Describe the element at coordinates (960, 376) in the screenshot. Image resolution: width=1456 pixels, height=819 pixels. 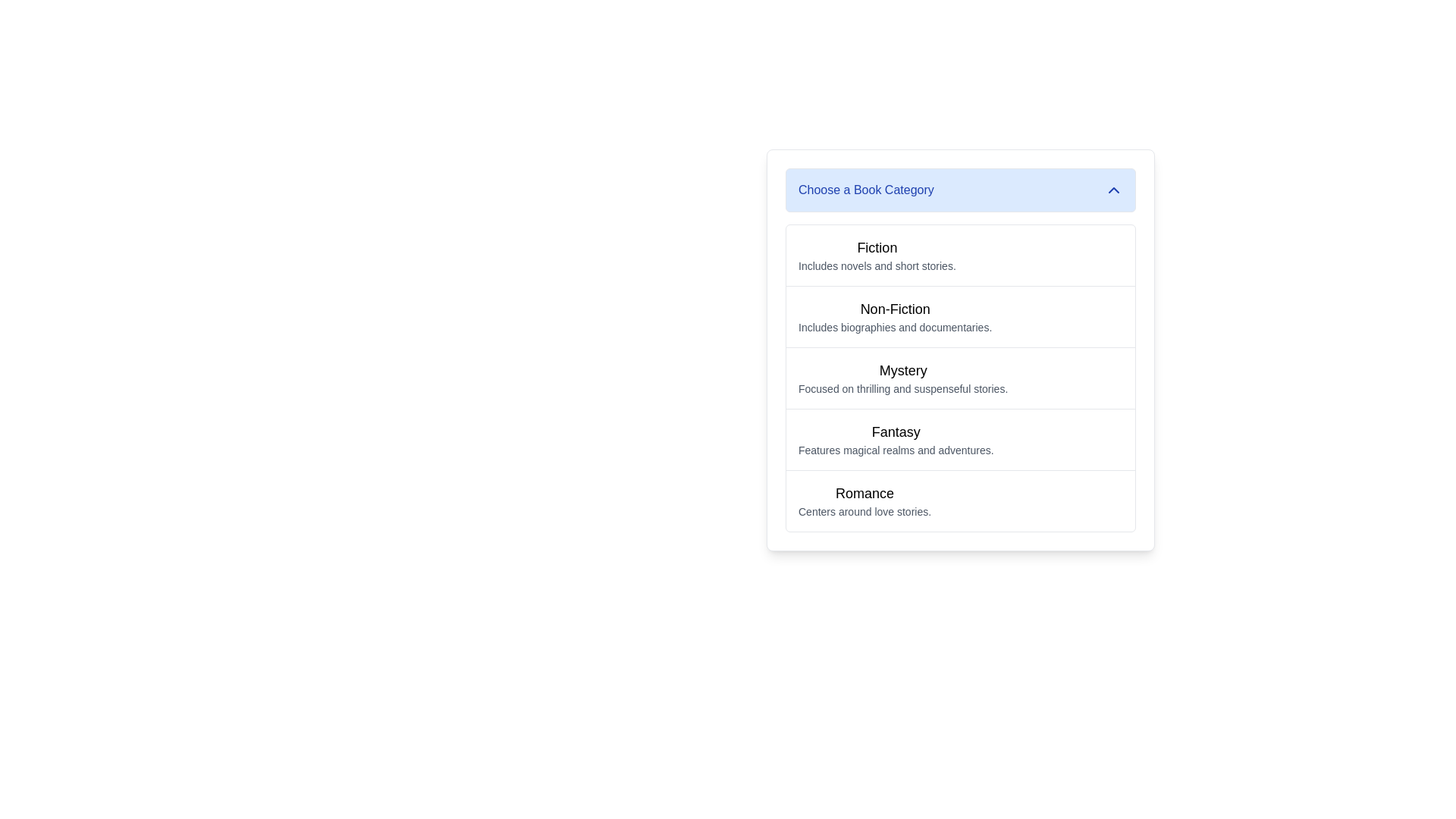
I see `the list item titled 'Mystery', which is the third item in the vertical list of book categories` at that location.